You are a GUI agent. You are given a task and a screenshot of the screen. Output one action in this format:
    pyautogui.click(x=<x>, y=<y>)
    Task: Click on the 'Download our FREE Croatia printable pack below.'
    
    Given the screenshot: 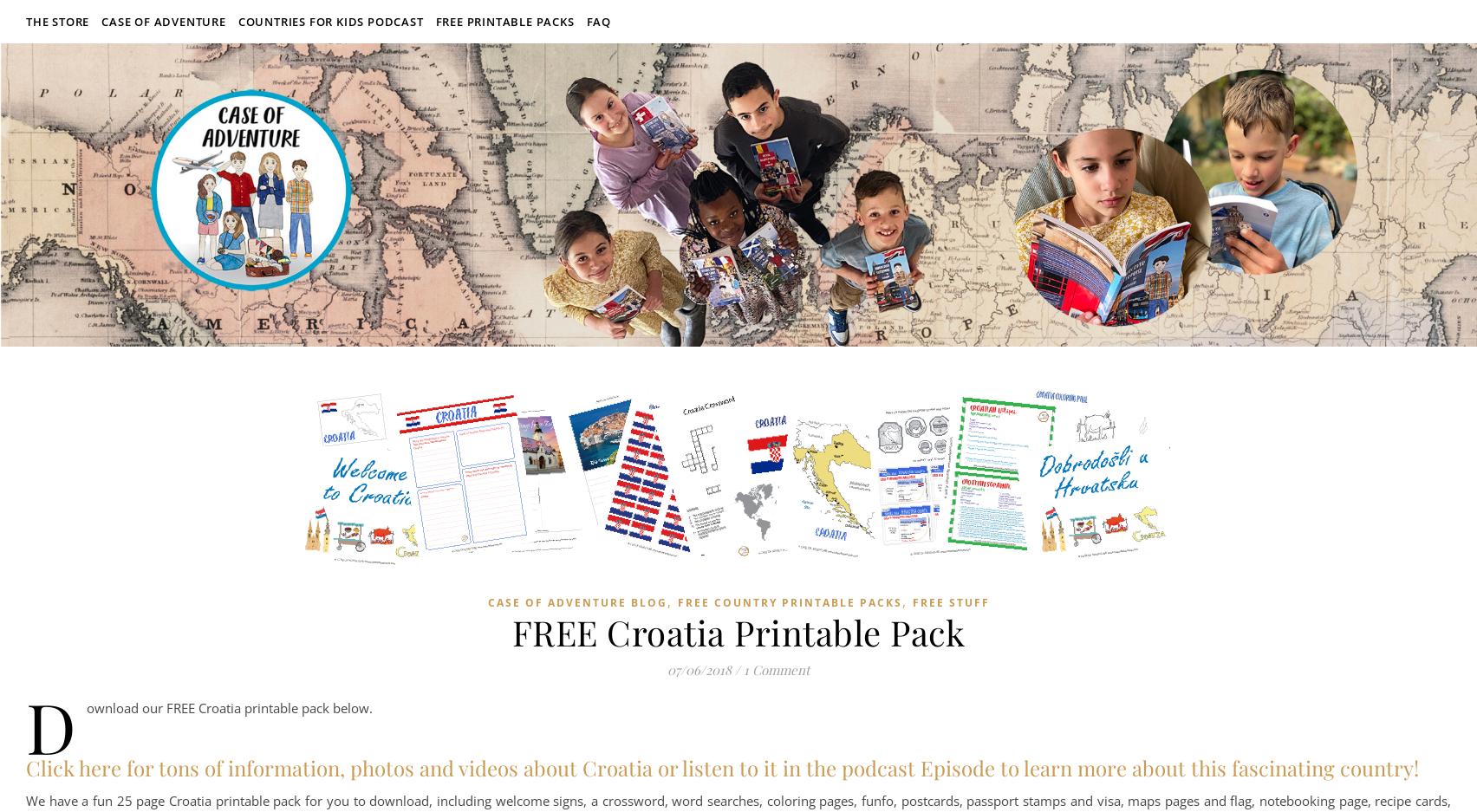 What is the action you would take?
    pyautogui.click(x=25, y=724)
    